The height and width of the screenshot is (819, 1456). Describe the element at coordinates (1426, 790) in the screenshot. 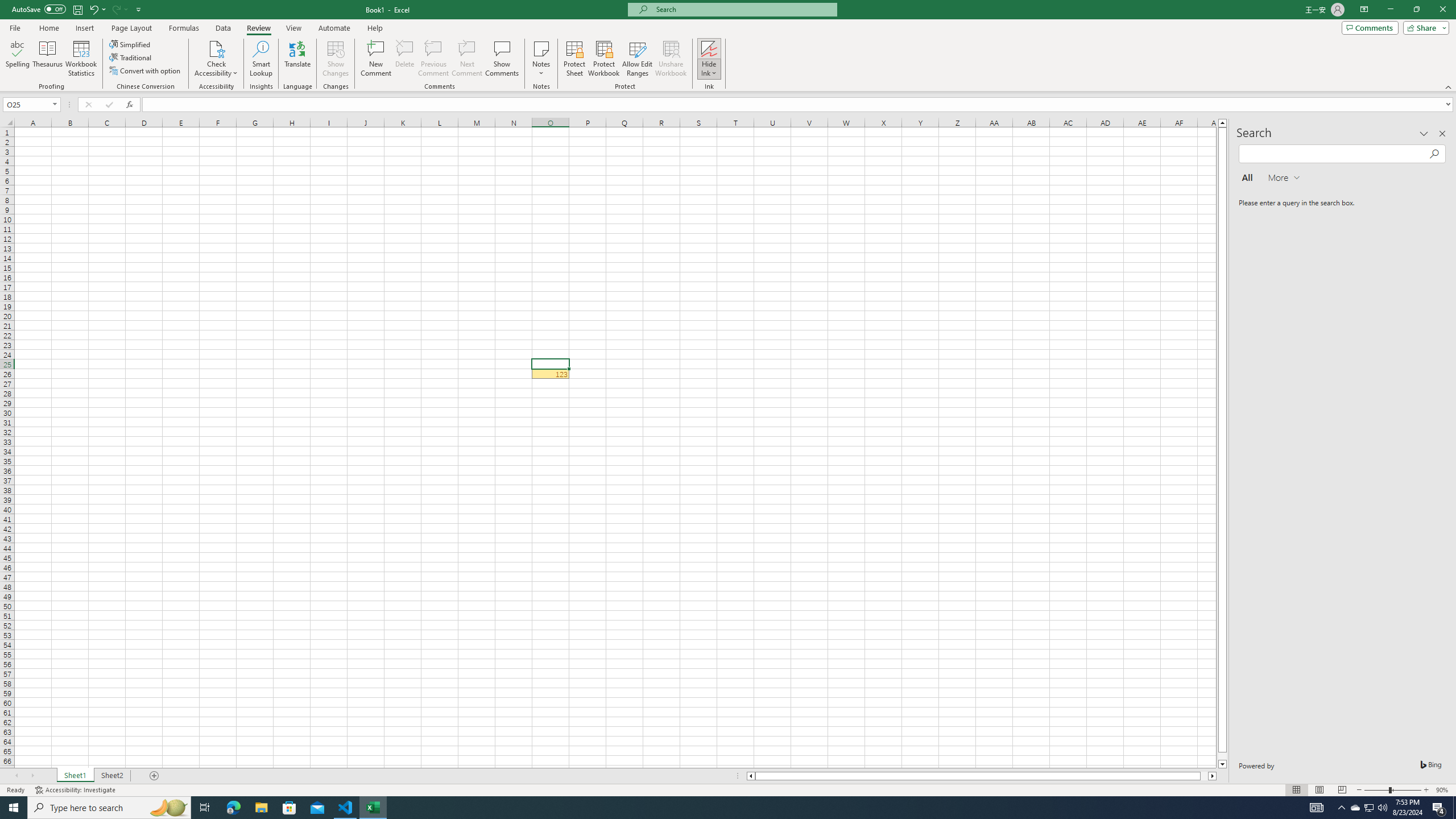

I see `'Zoom In'` at that location.